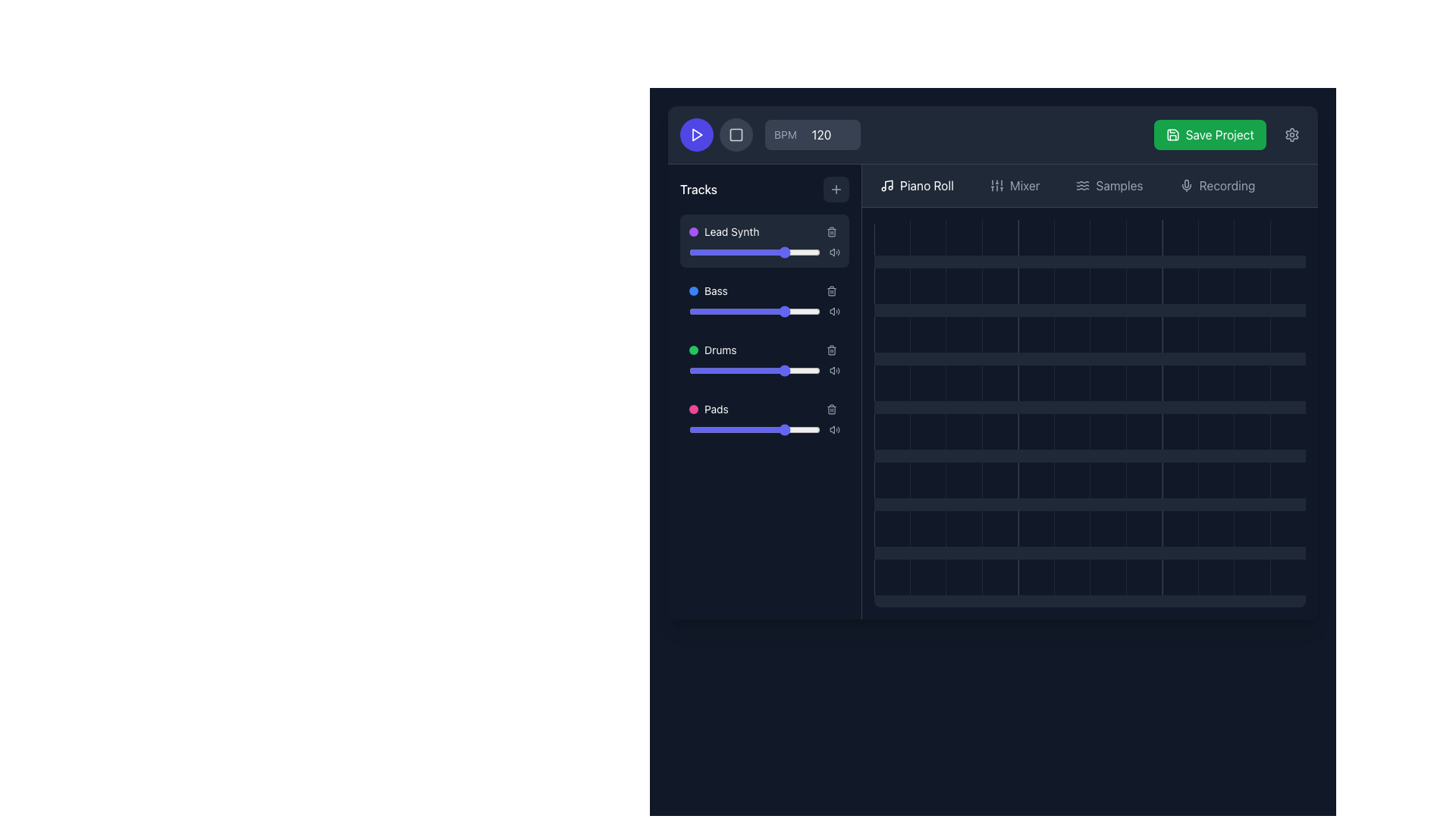  Describe the element at coordinates (831, 371) in the screenshot. I see `the volume icon resembling a speaker in the volume control area of the Drums track to potentially toggle sound control` at that location.